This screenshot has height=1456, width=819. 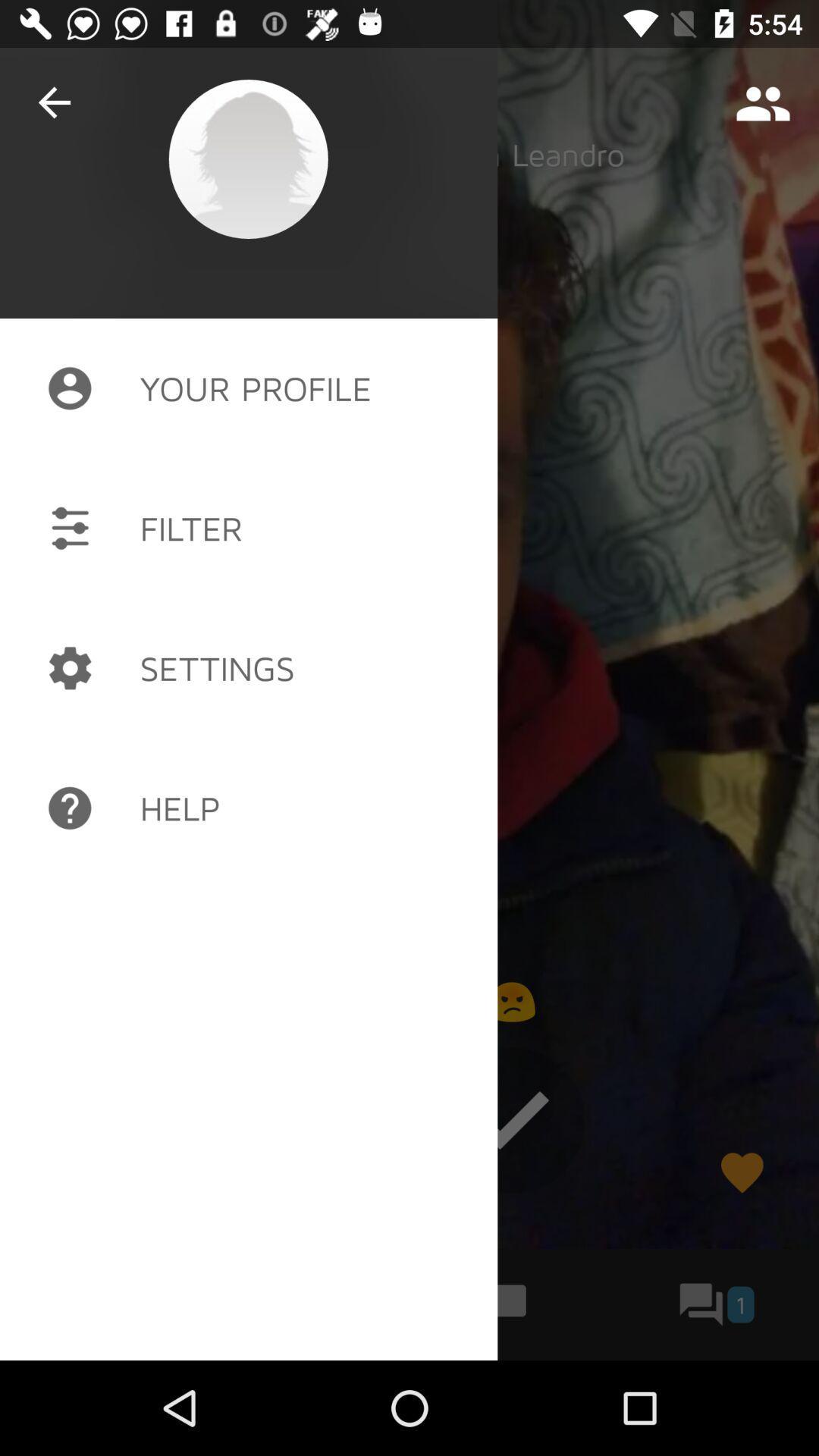 I want to click on the favorite icon, so click(x=741, y=1172).